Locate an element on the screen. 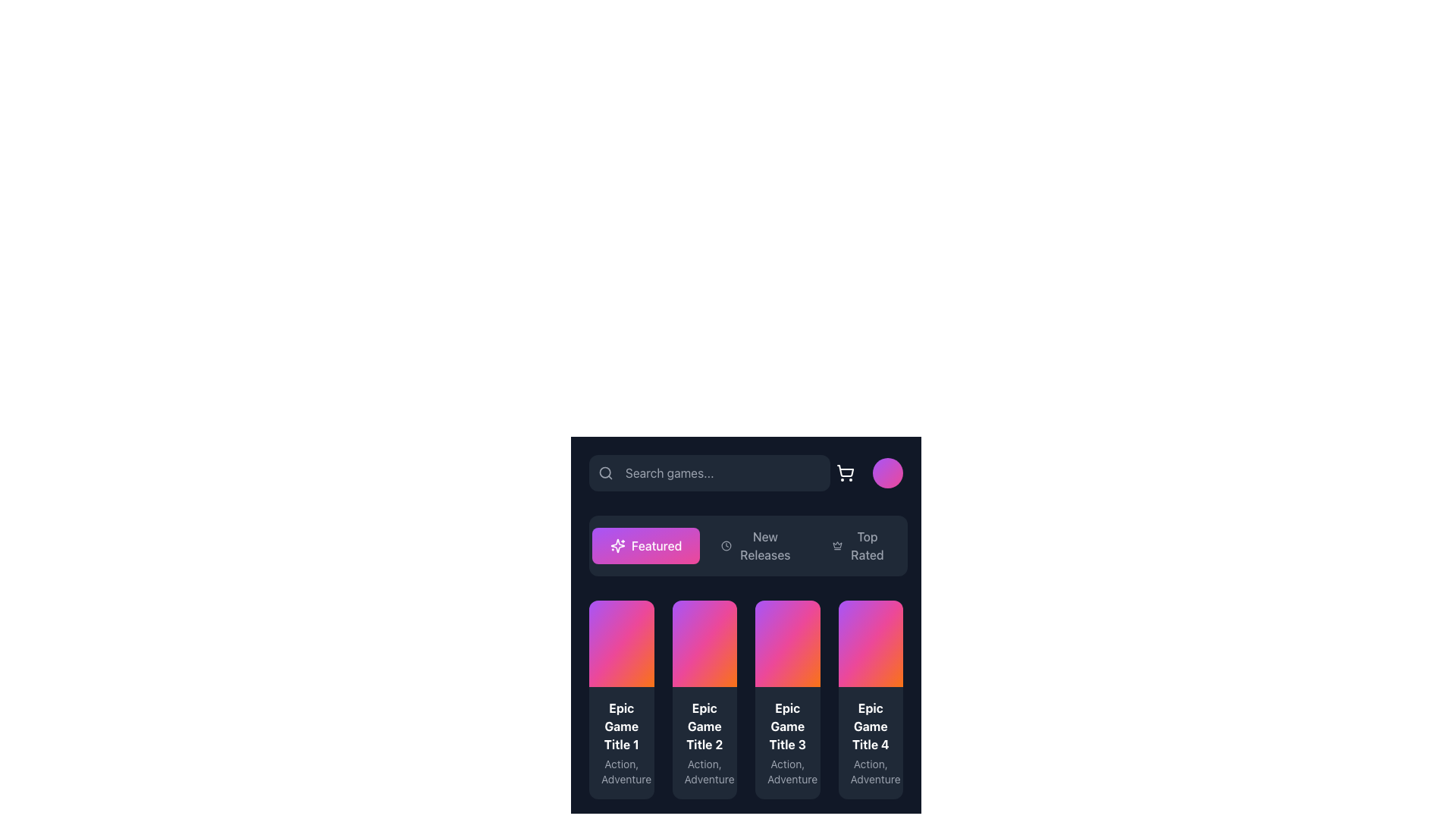  the text and informational component of the second game card in the horizontally-aligned group, which provides information about the game's title and genres is located at coordinates (704, 742).